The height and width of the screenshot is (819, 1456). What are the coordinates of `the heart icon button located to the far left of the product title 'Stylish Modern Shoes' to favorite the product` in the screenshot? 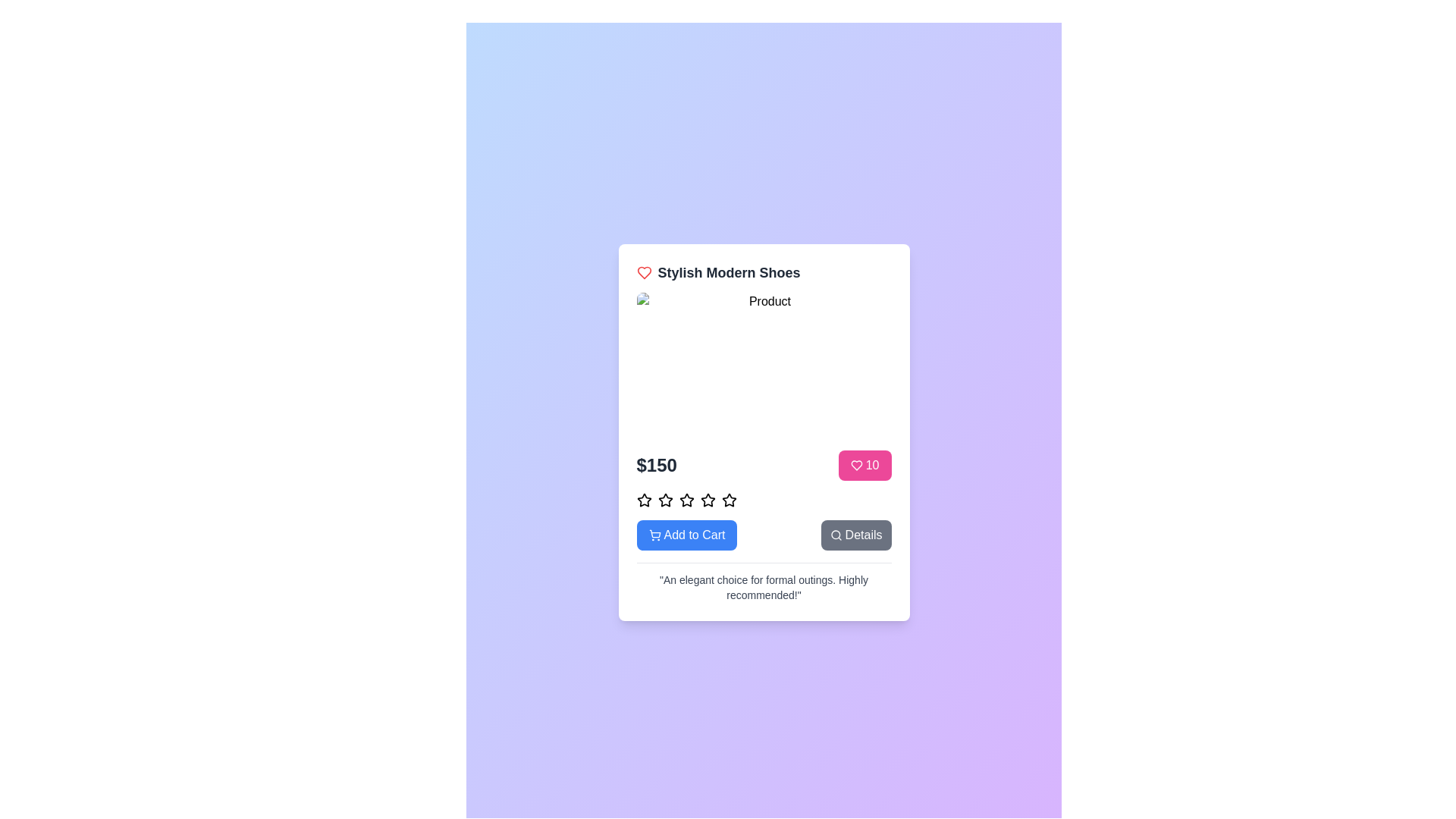 It's located at (644, 271).